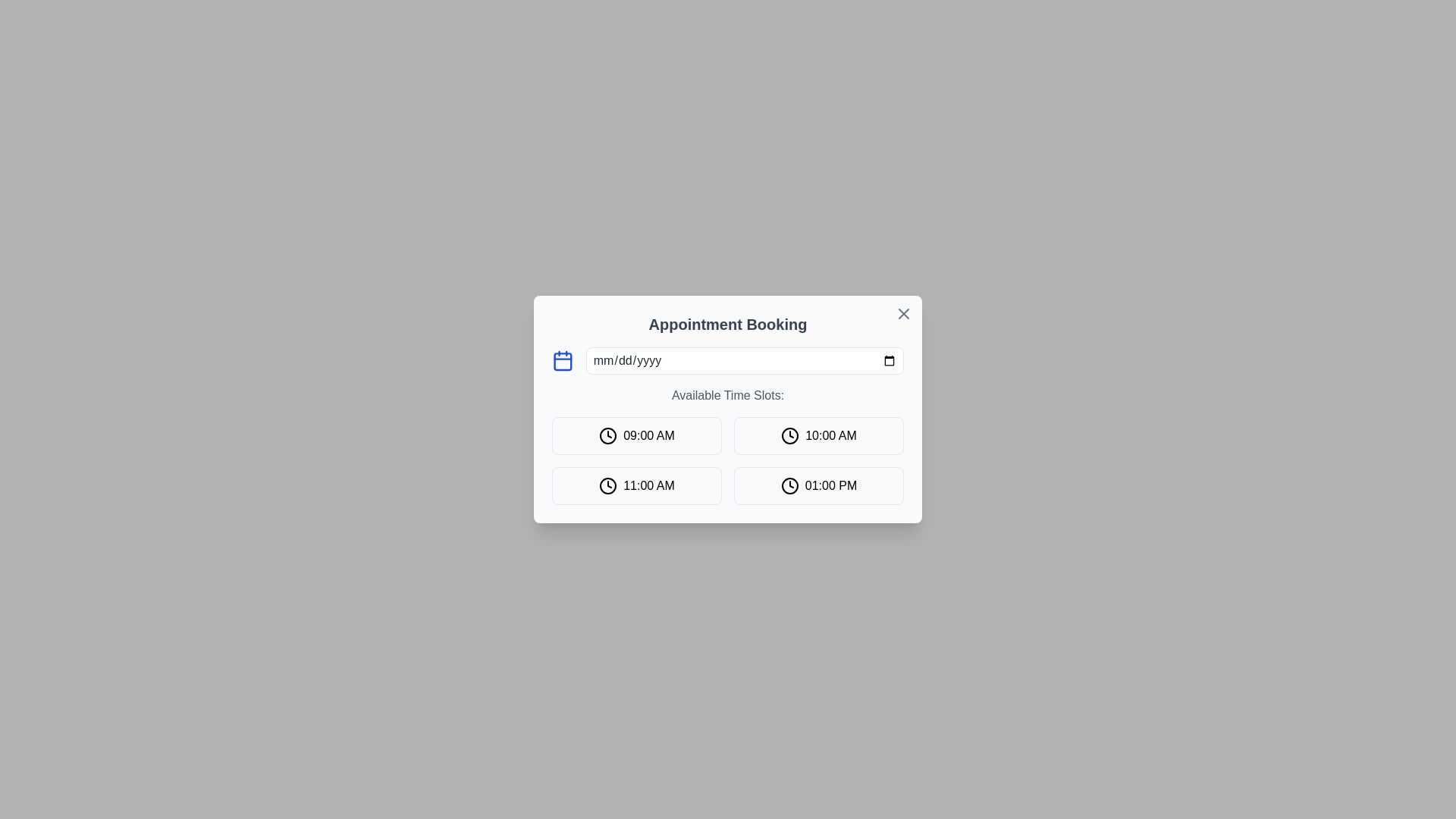 The image size is (1456, 819). I want to click on the small graphical icon resembling a diagonal cross located at the top-right corner of the modal dialog, next to the title 'Appointment Booking', so click(903, 312).